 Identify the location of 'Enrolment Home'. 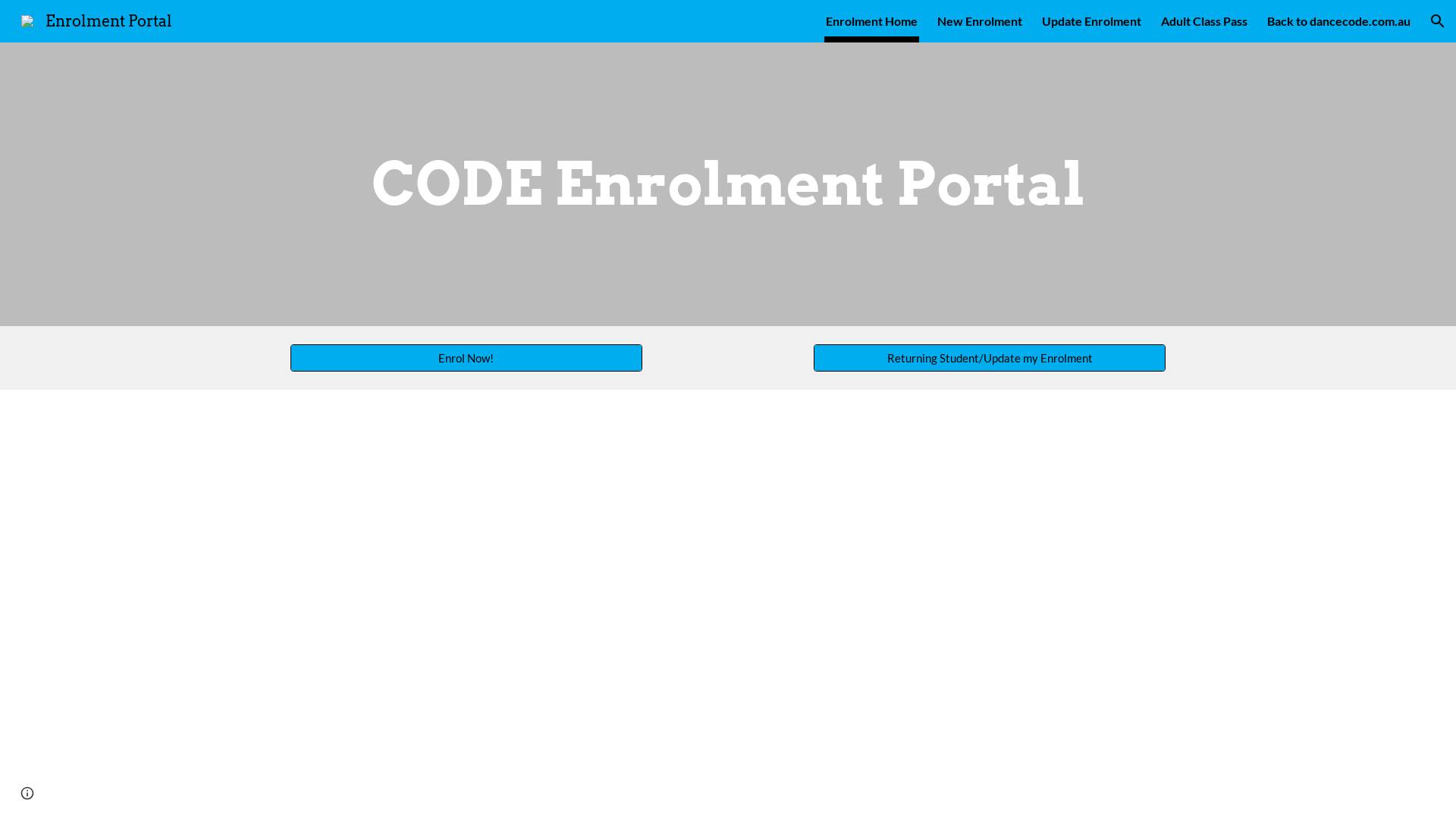
(871, 20).